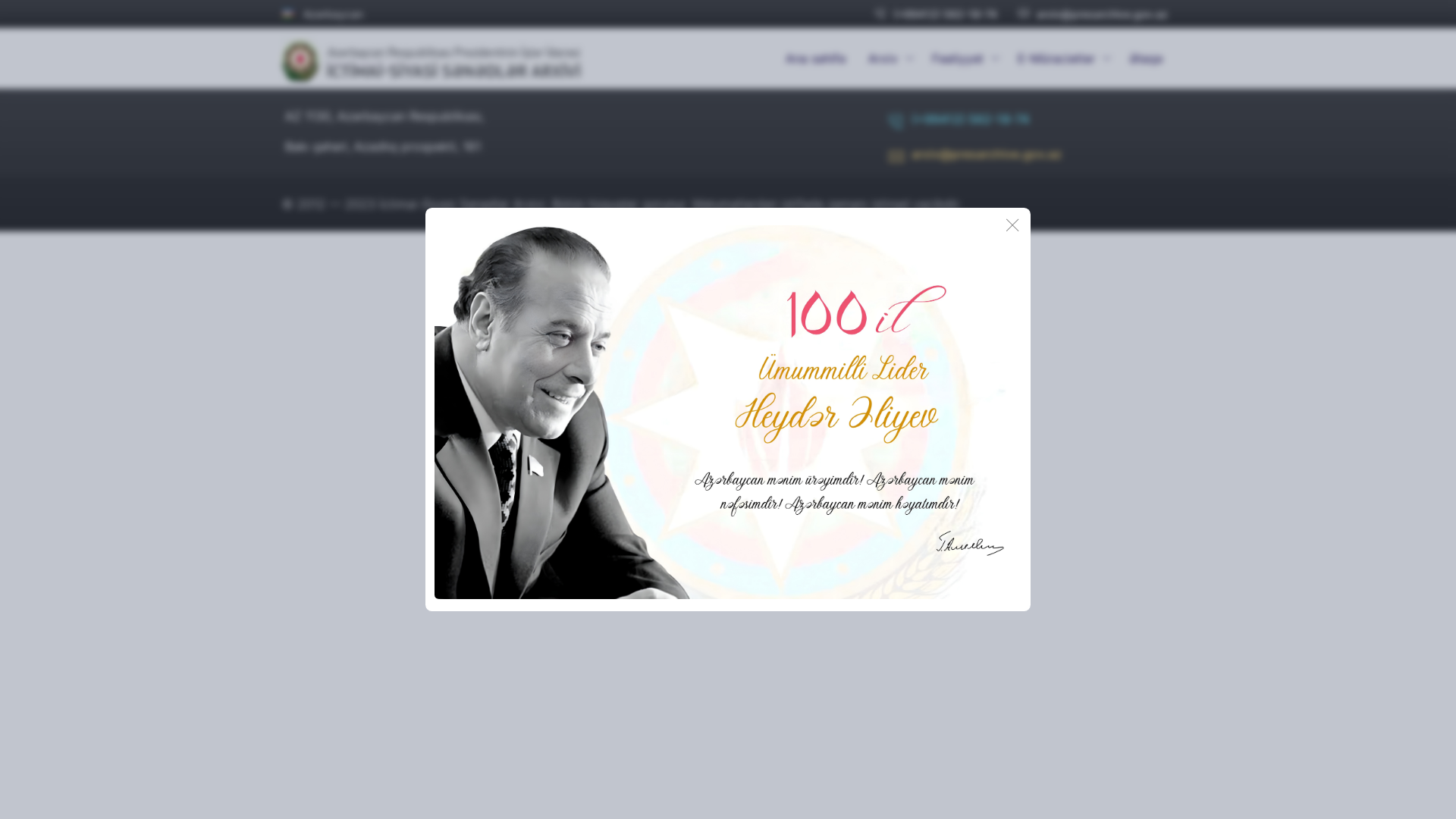 Image resolution: width=1456 pixels, height=819 pixels. I want to click on 'Arxiv', so click(888, 58).